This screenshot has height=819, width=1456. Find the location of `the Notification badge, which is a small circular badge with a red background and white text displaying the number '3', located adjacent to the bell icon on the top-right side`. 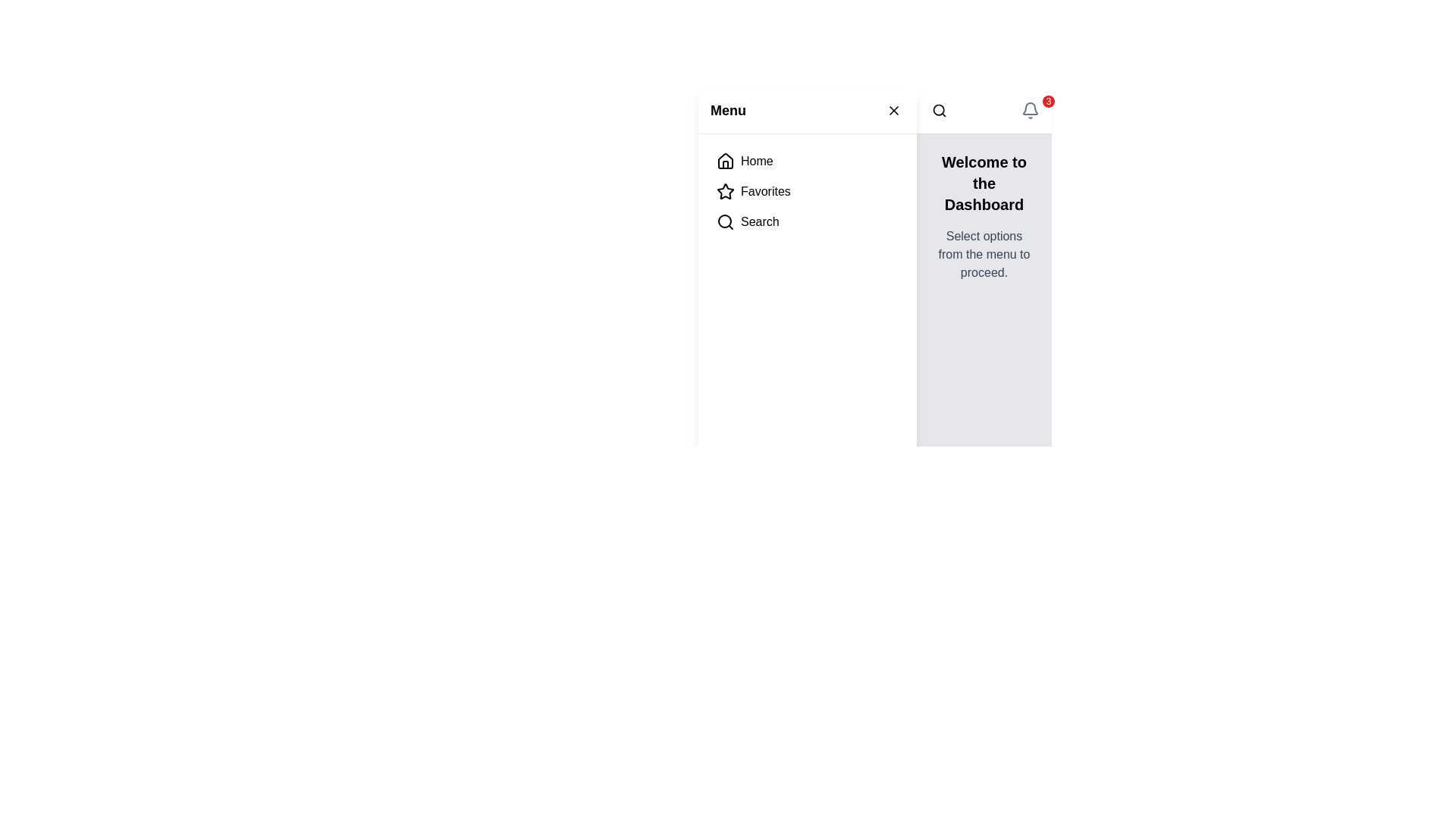

the Notification badge, which is a small circular badge with a red background and white text displaying the number '3', located adjacent to the bell icon on the top-right side is located at coordinates (1047, 102).